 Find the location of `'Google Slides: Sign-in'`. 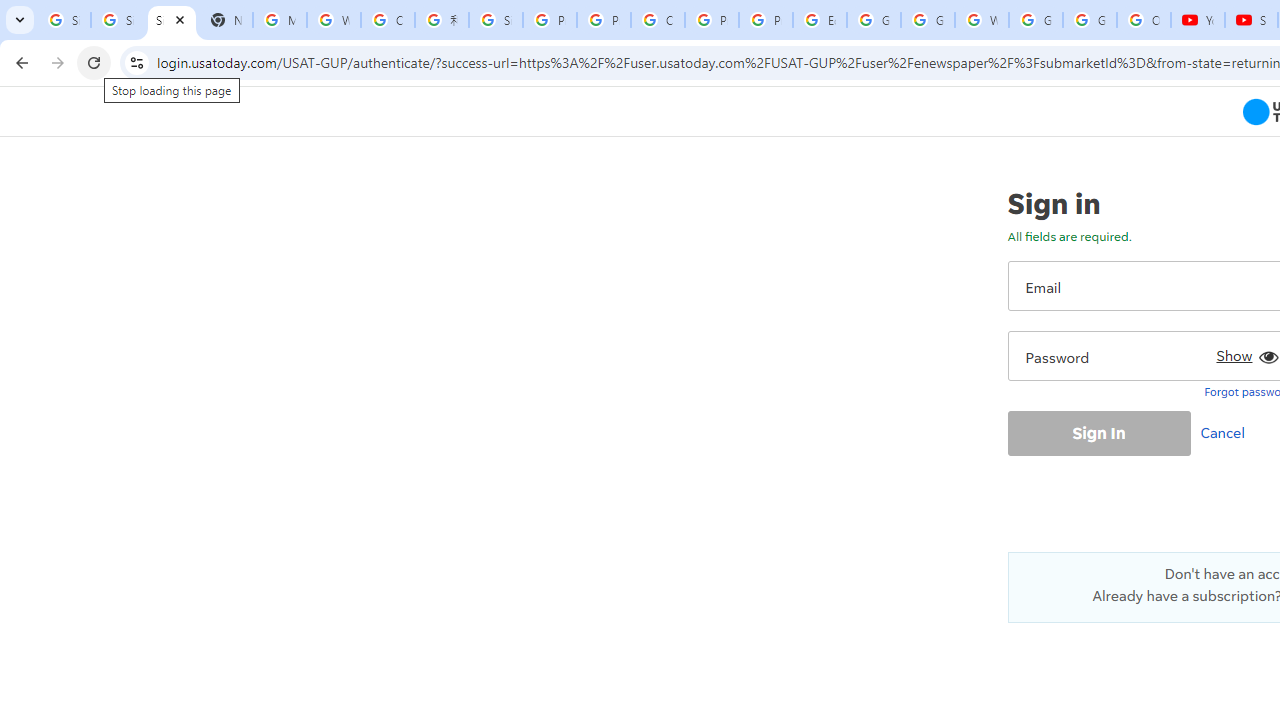

'Google Slides: Sign-in' is located at coordinates (874, 20).